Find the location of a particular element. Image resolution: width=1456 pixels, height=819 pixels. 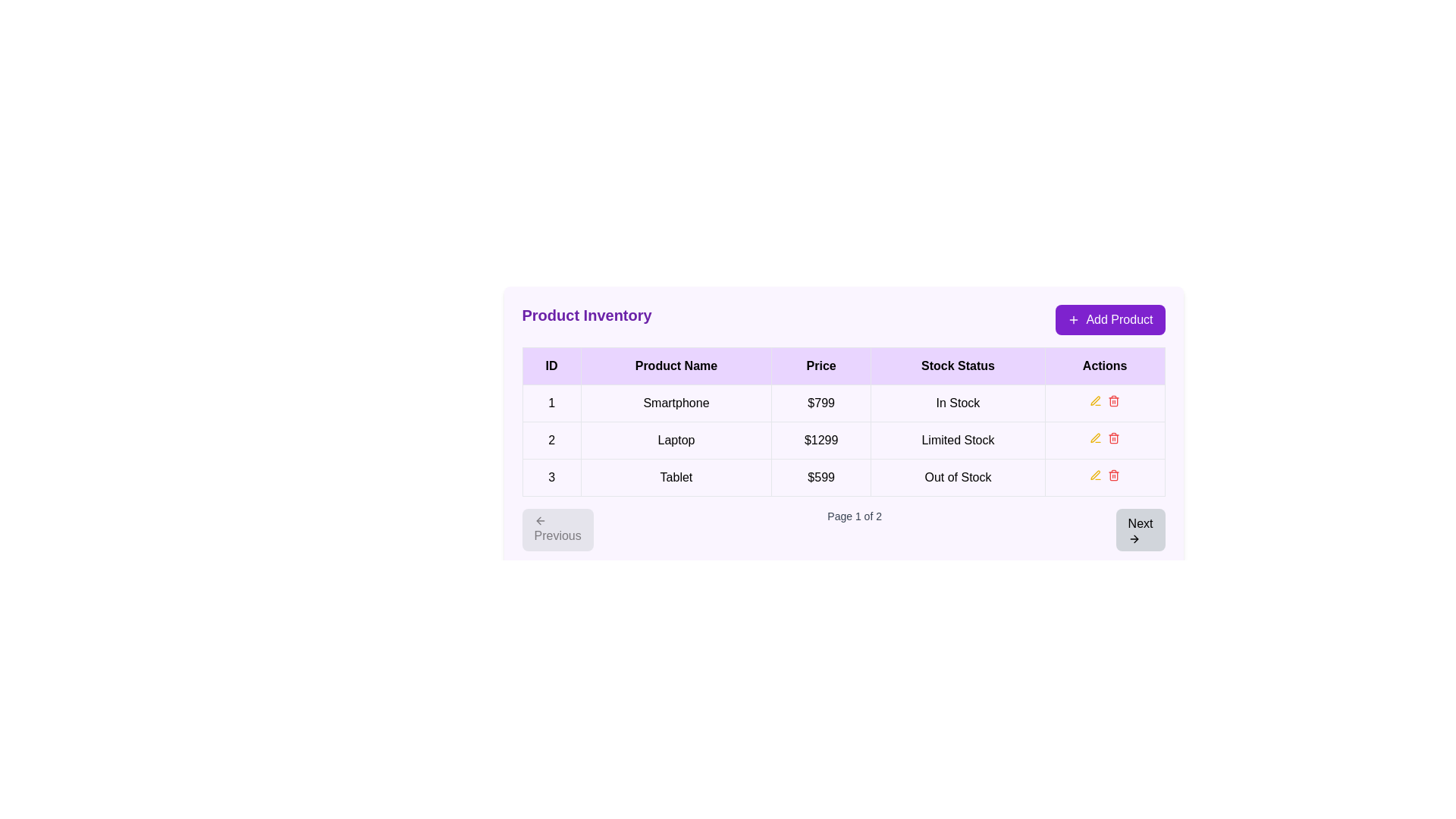

the second product identifier cell located in the second row under the 'ID' column of the product inventory table is located at coordinates (551, 441).